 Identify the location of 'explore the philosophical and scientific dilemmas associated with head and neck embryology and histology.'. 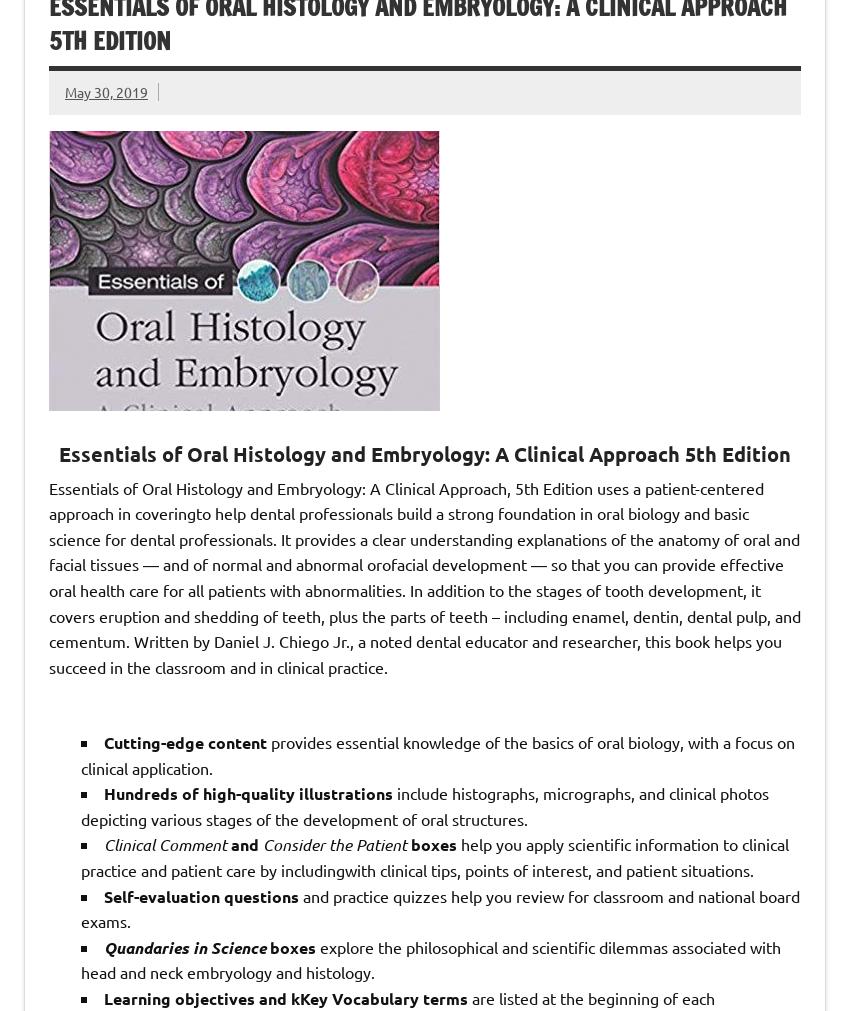
(430, 959).